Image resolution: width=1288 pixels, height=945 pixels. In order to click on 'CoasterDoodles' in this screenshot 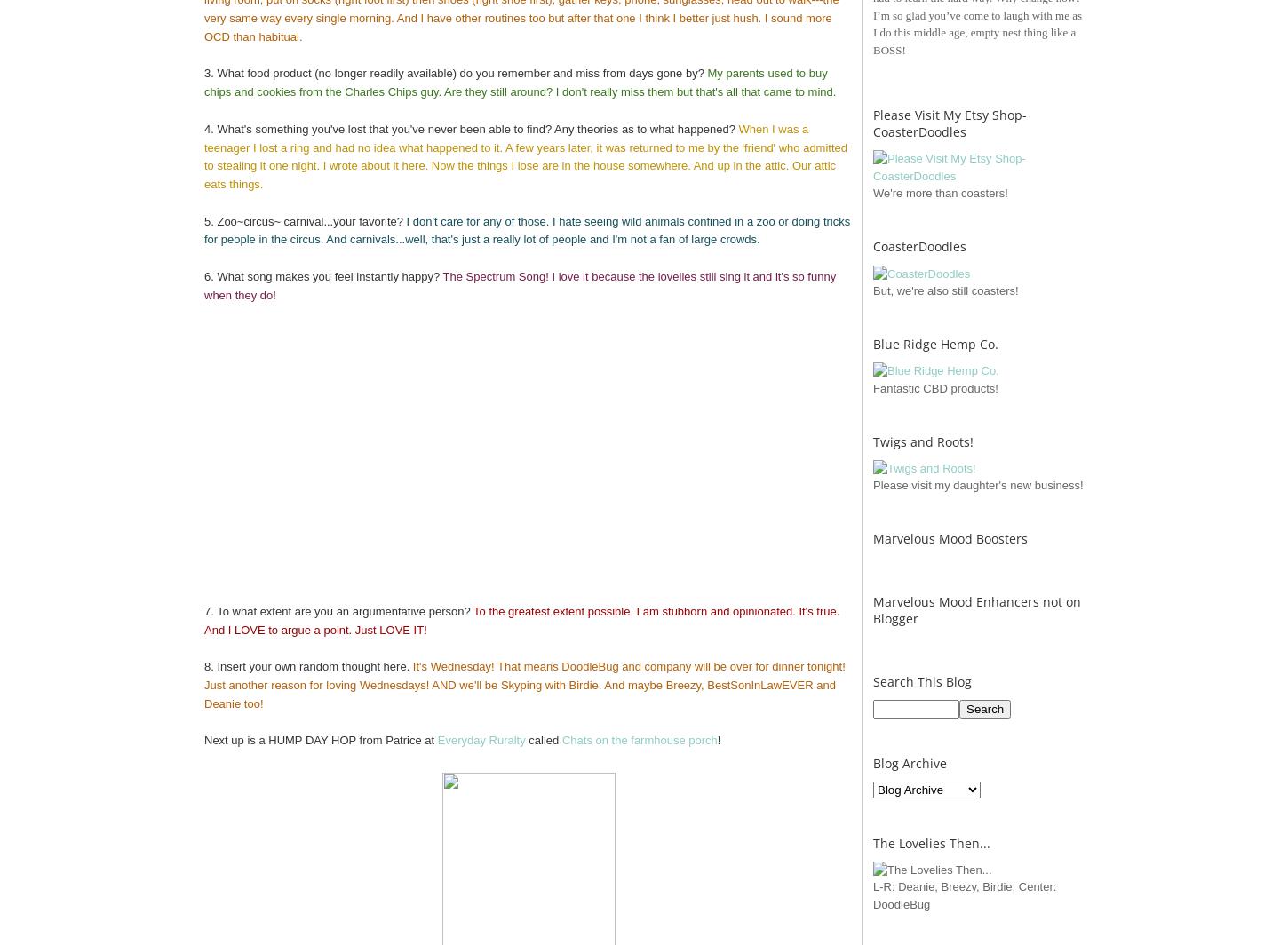, I will do `click(919, 246)`.